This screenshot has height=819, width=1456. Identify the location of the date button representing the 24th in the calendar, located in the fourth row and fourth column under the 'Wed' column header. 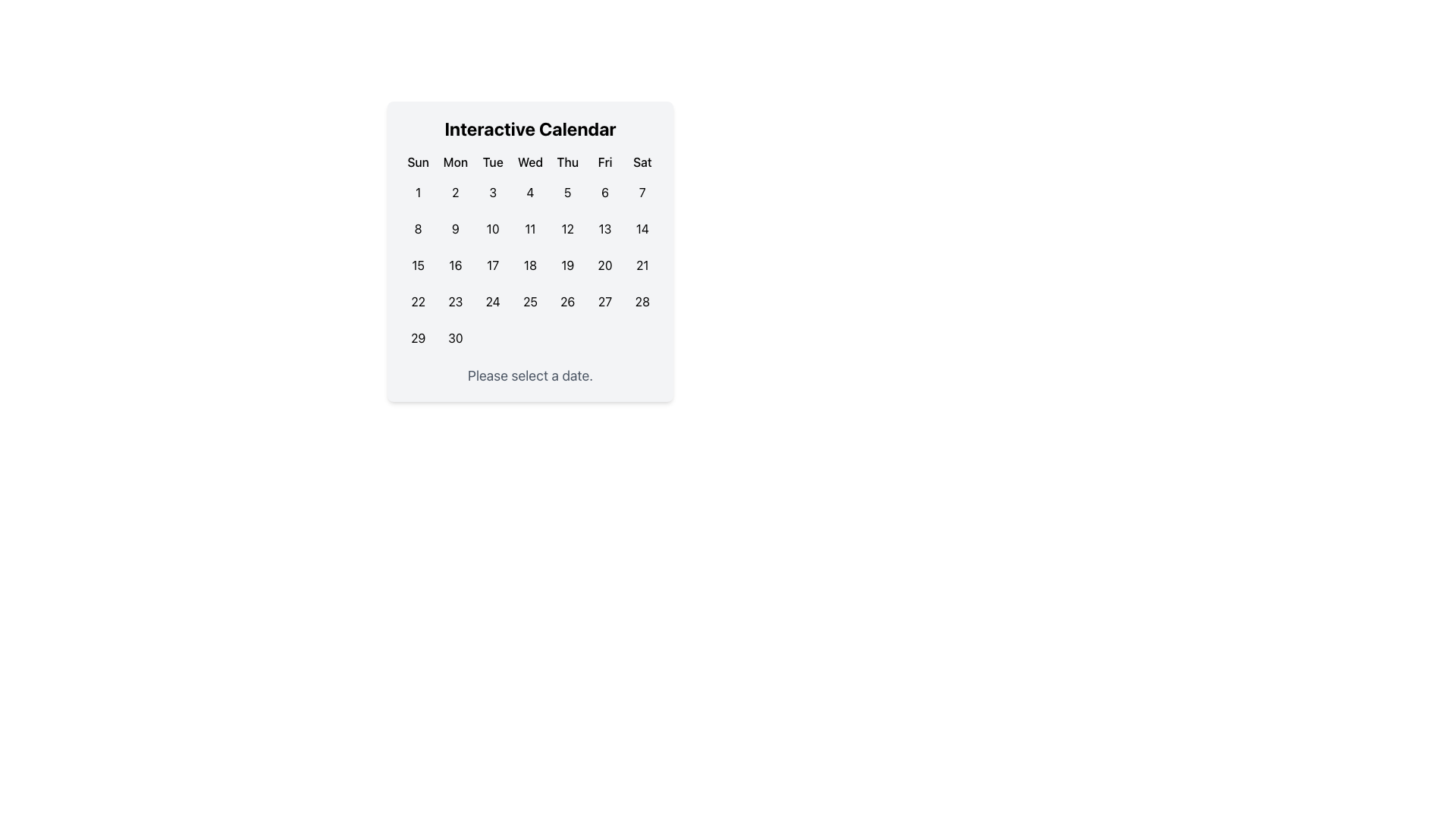
(493, 301).